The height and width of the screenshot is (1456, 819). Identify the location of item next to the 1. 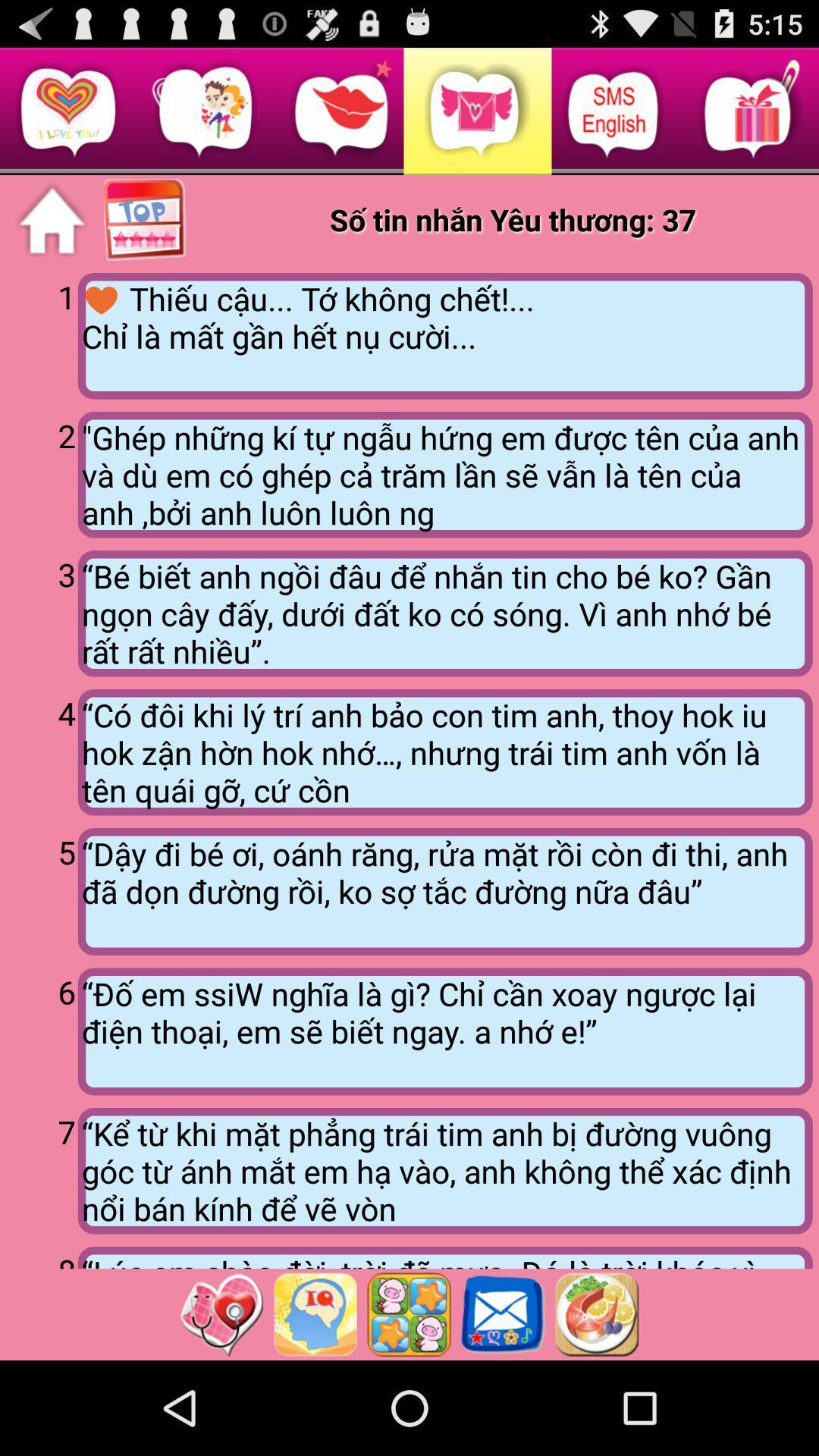
(444, 335).